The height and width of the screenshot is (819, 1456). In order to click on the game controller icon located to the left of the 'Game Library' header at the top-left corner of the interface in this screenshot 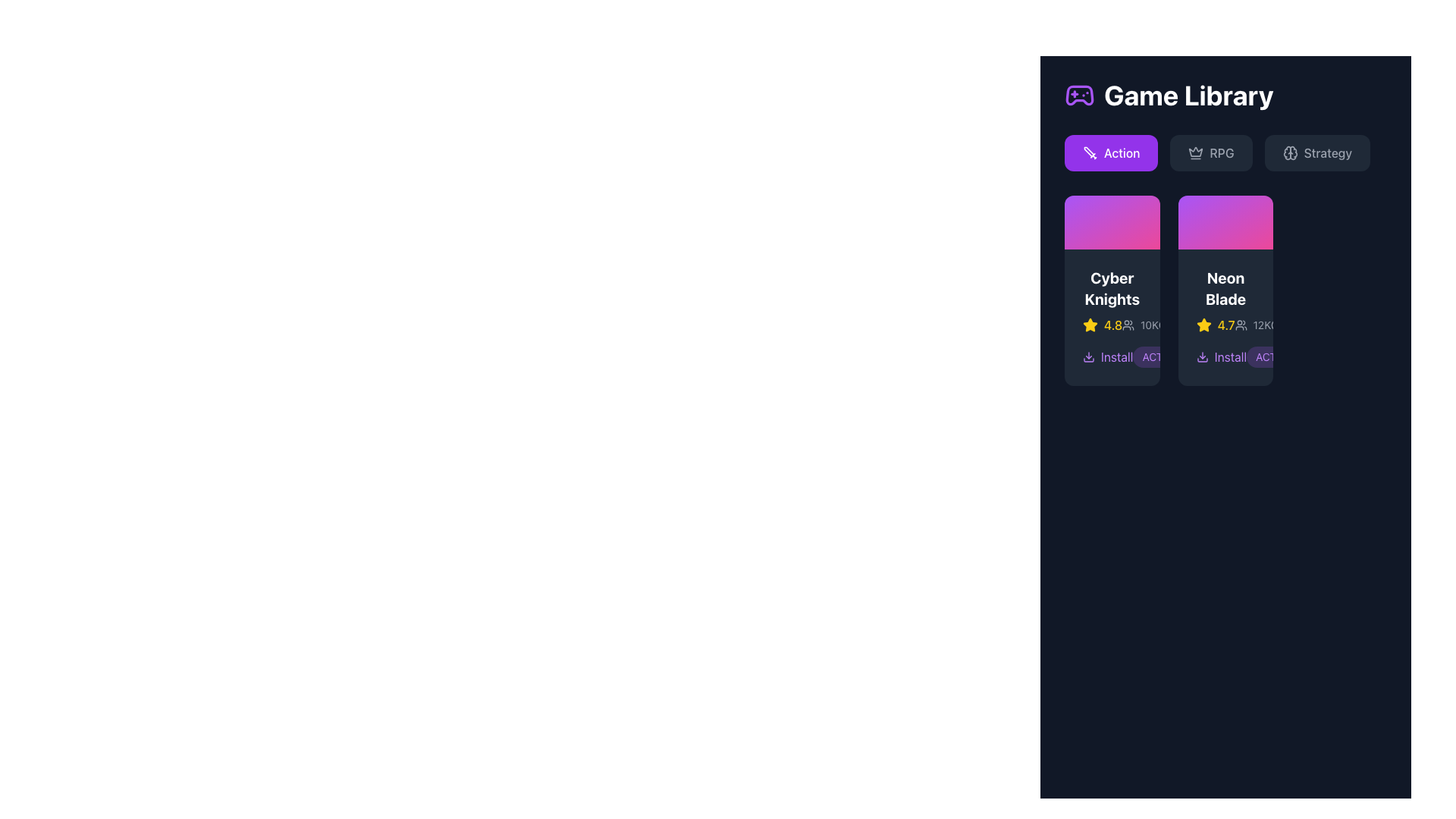, I will do `click(1079, 96)`.